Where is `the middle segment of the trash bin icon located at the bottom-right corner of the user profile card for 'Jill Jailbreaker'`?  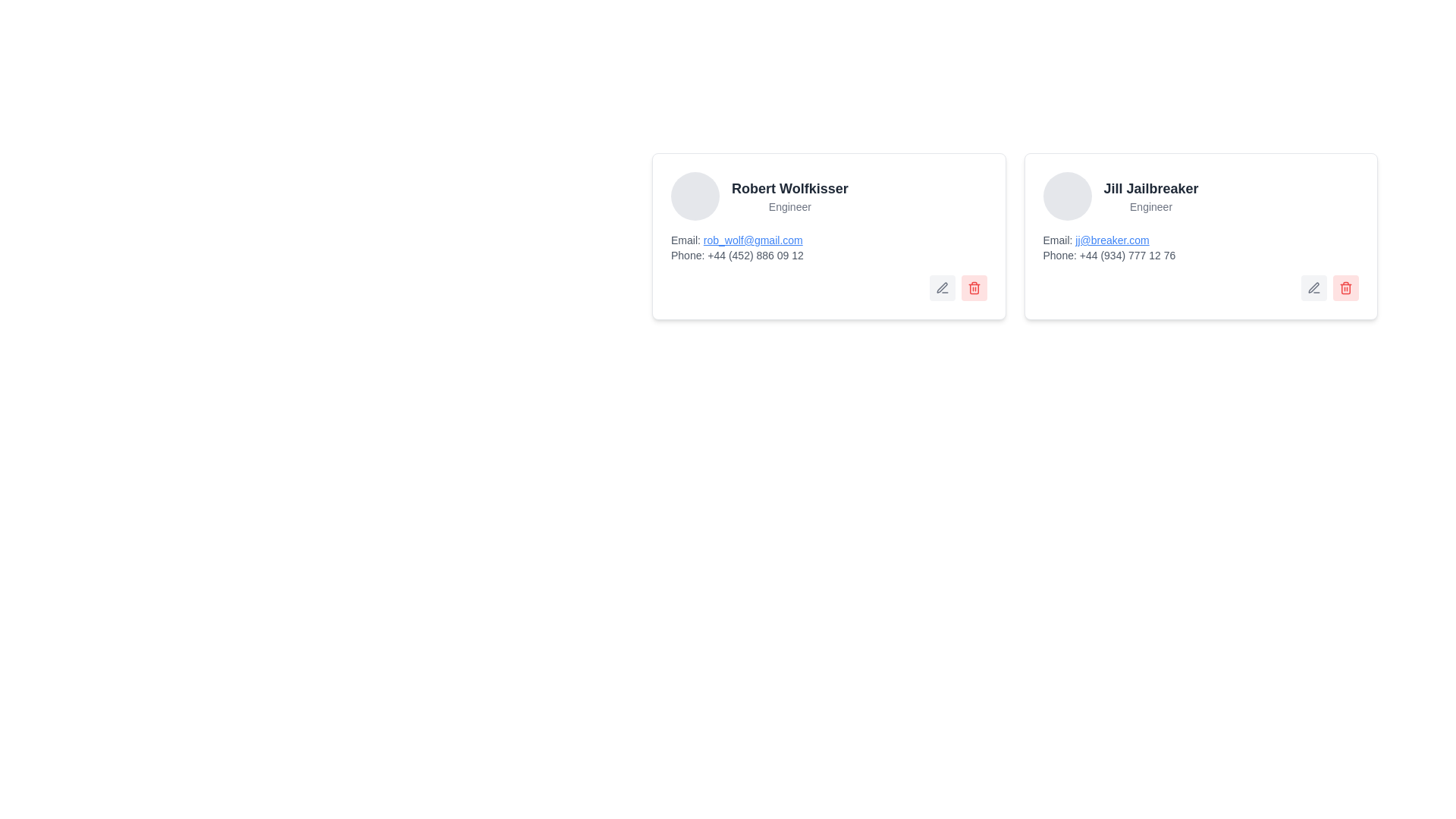
the middle segment of the trash bin icon located at the bottom-right corner of the user profile card for 'Jill Jailbreaker' is located at coordinates (1346, 289).